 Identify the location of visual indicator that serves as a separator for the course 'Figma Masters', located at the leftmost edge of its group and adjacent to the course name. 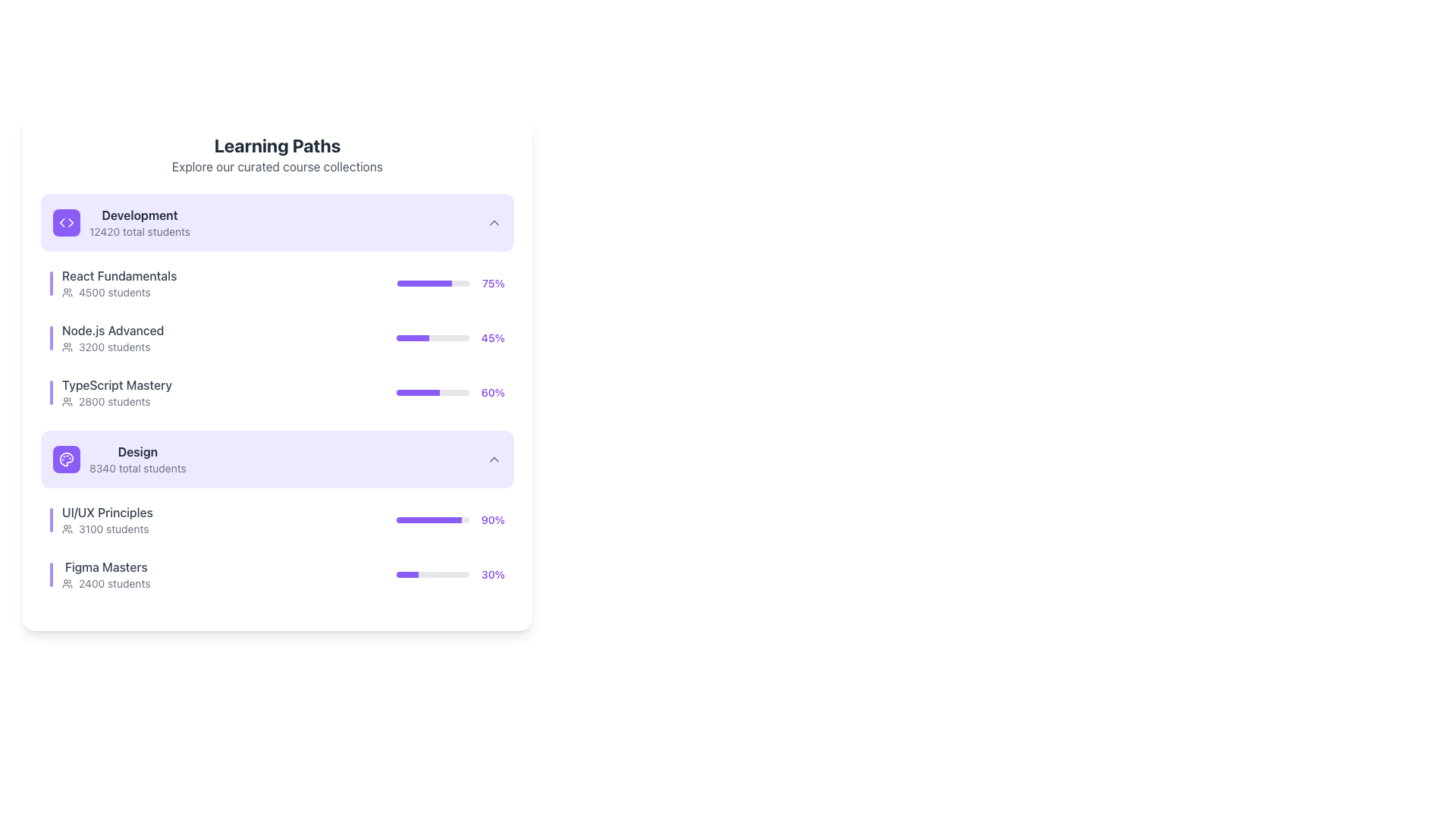
(51, 575).